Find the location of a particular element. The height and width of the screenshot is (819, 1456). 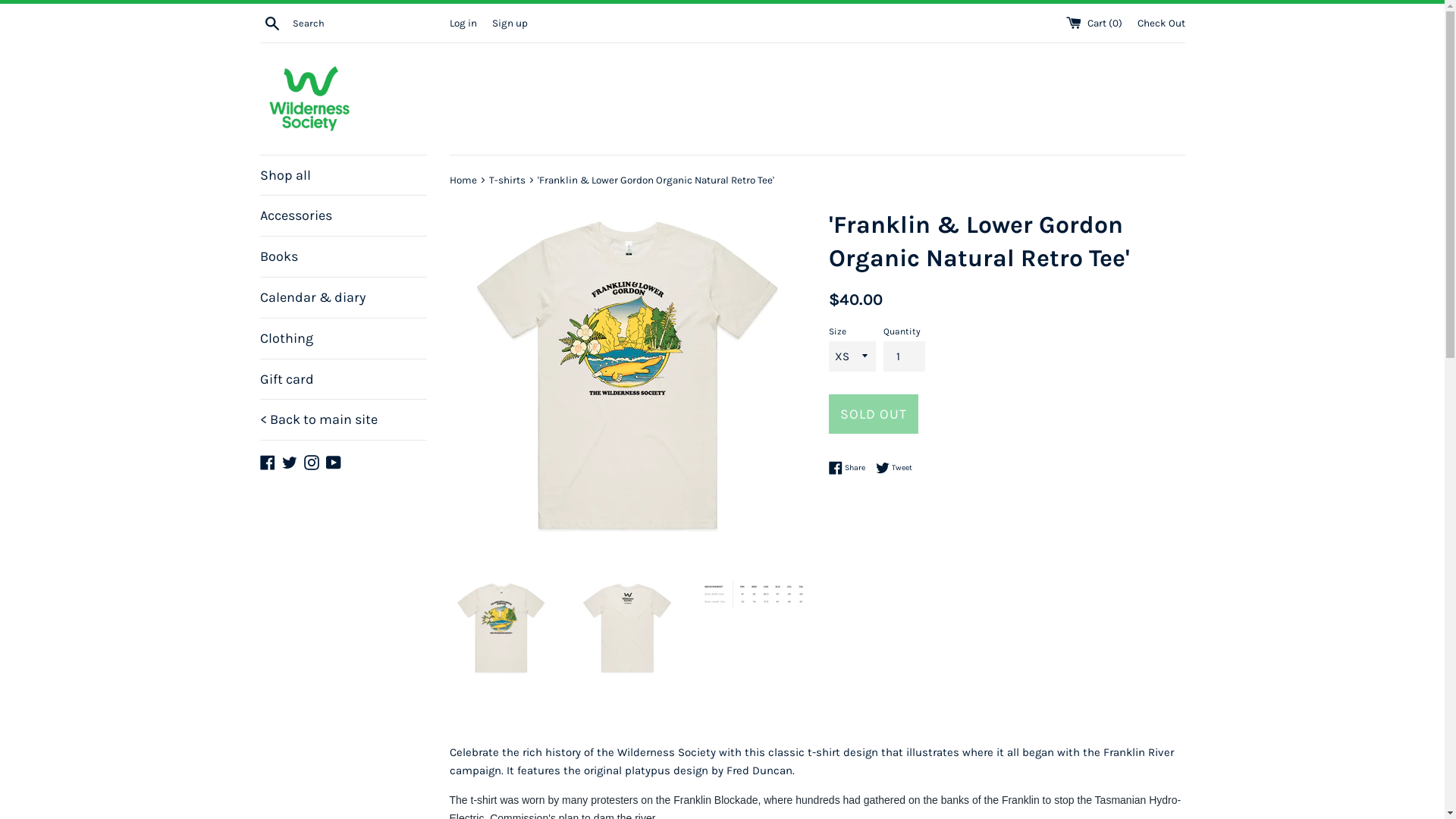

'Cart (0)' is located at coordinates (1095, 22).